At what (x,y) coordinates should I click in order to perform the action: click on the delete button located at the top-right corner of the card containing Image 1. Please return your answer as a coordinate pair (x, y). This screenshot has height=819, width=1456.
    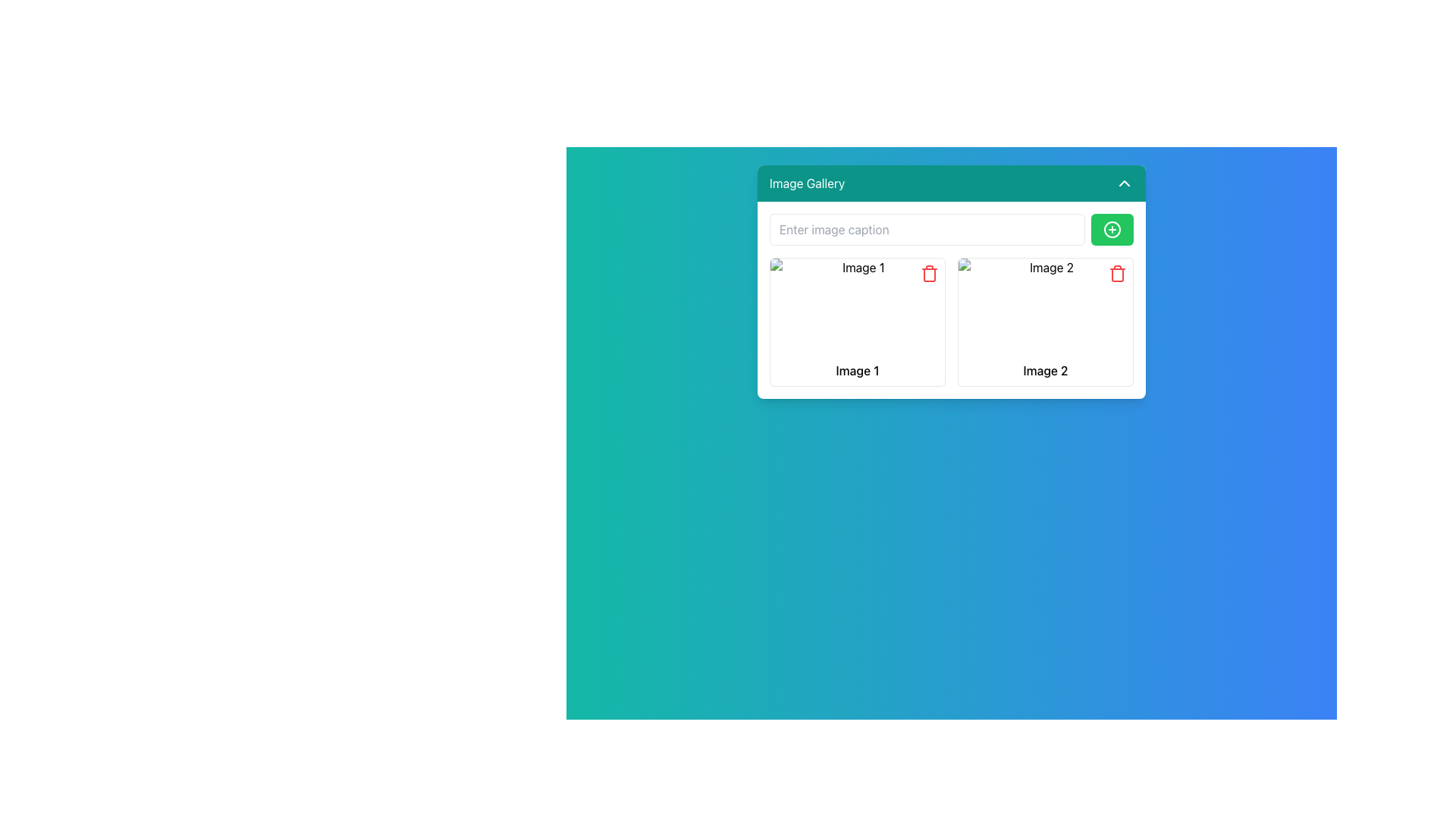
    Looking at the image, I should click on (928, 274).